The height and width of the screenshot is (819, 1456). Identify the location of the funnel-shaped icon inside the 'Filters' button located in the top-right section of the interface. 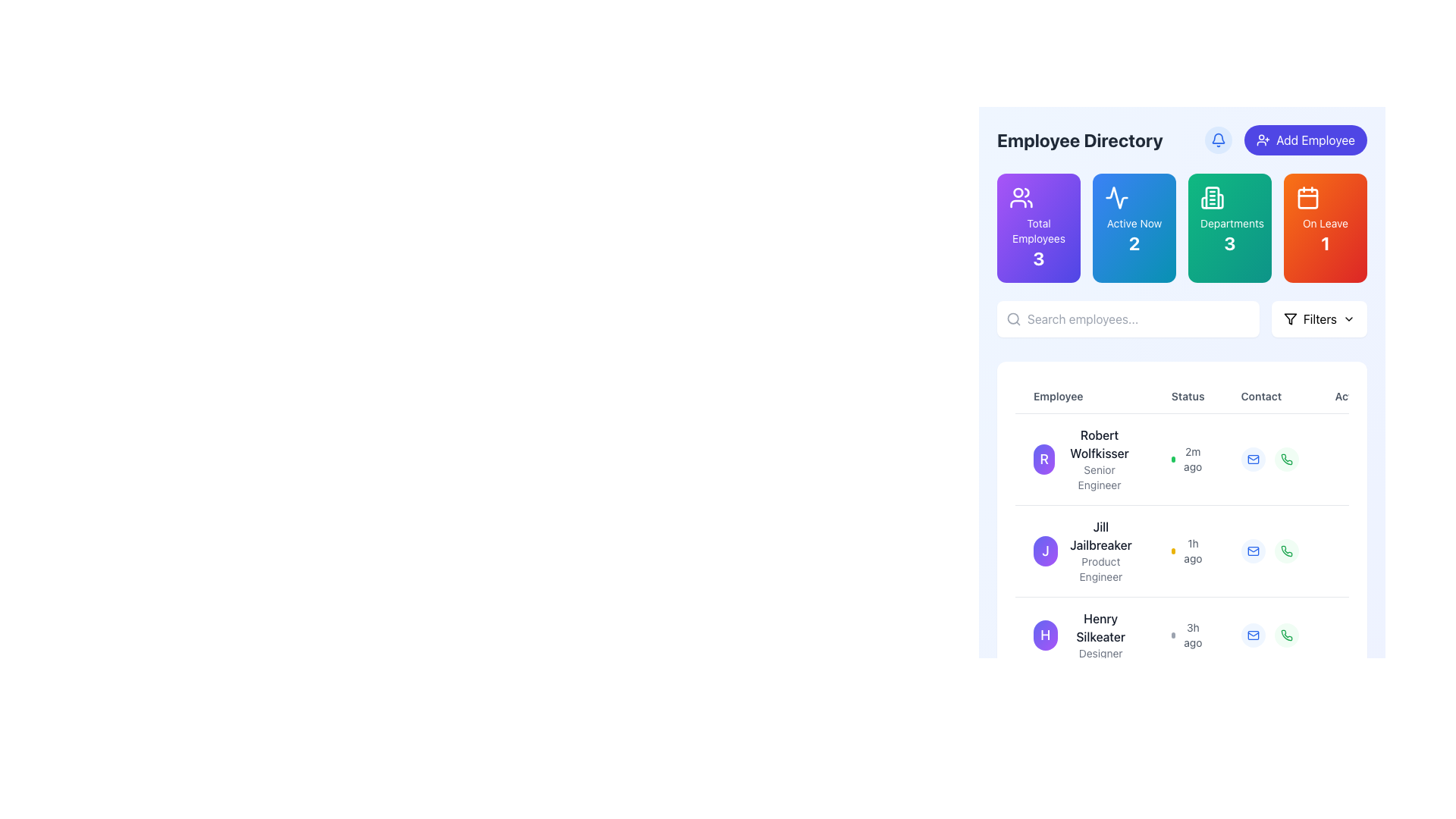
(1289, 318).